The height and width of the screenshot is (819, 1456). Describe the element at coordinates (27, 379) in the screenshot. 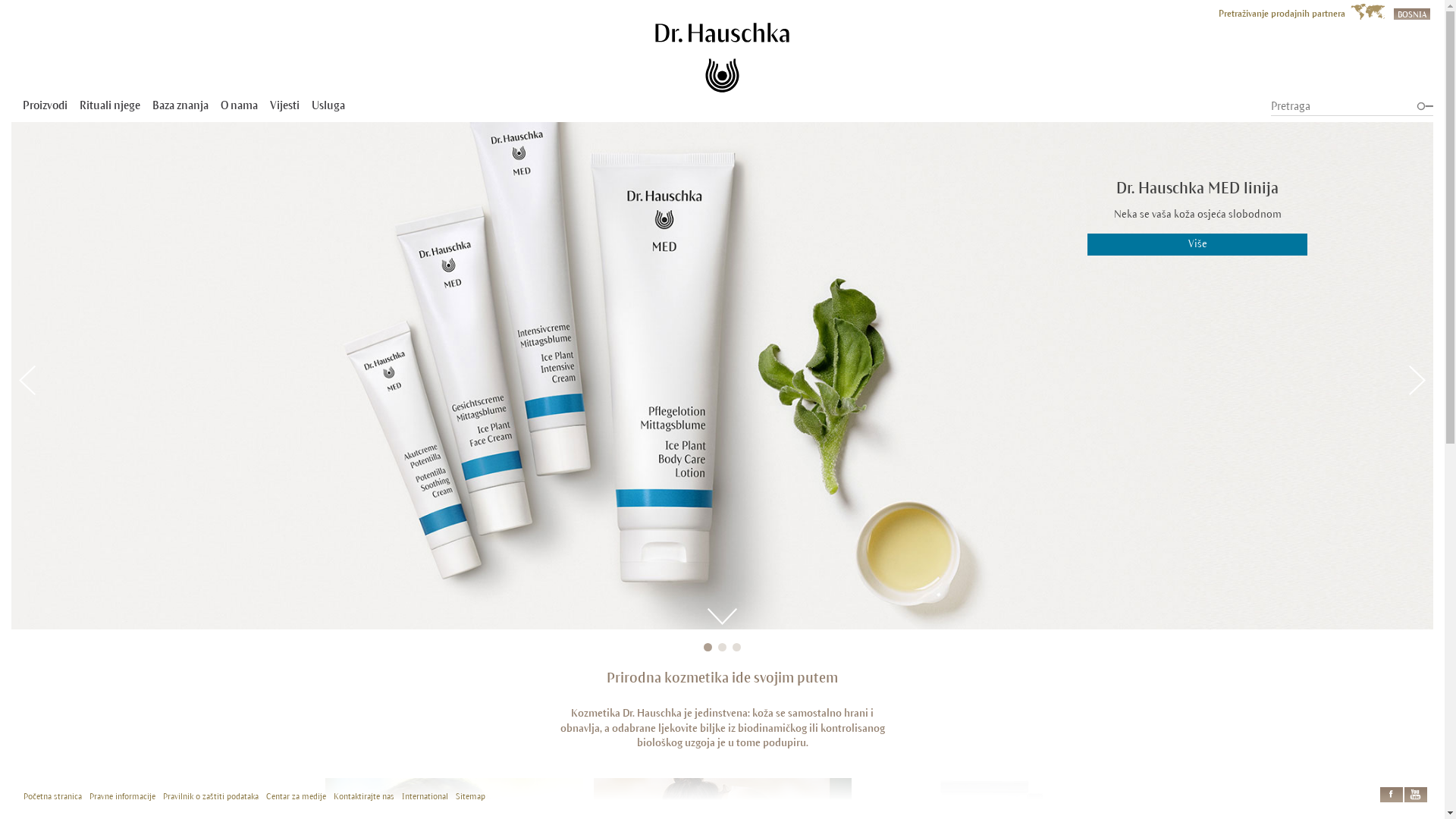

I see `'Previous'` at that location.